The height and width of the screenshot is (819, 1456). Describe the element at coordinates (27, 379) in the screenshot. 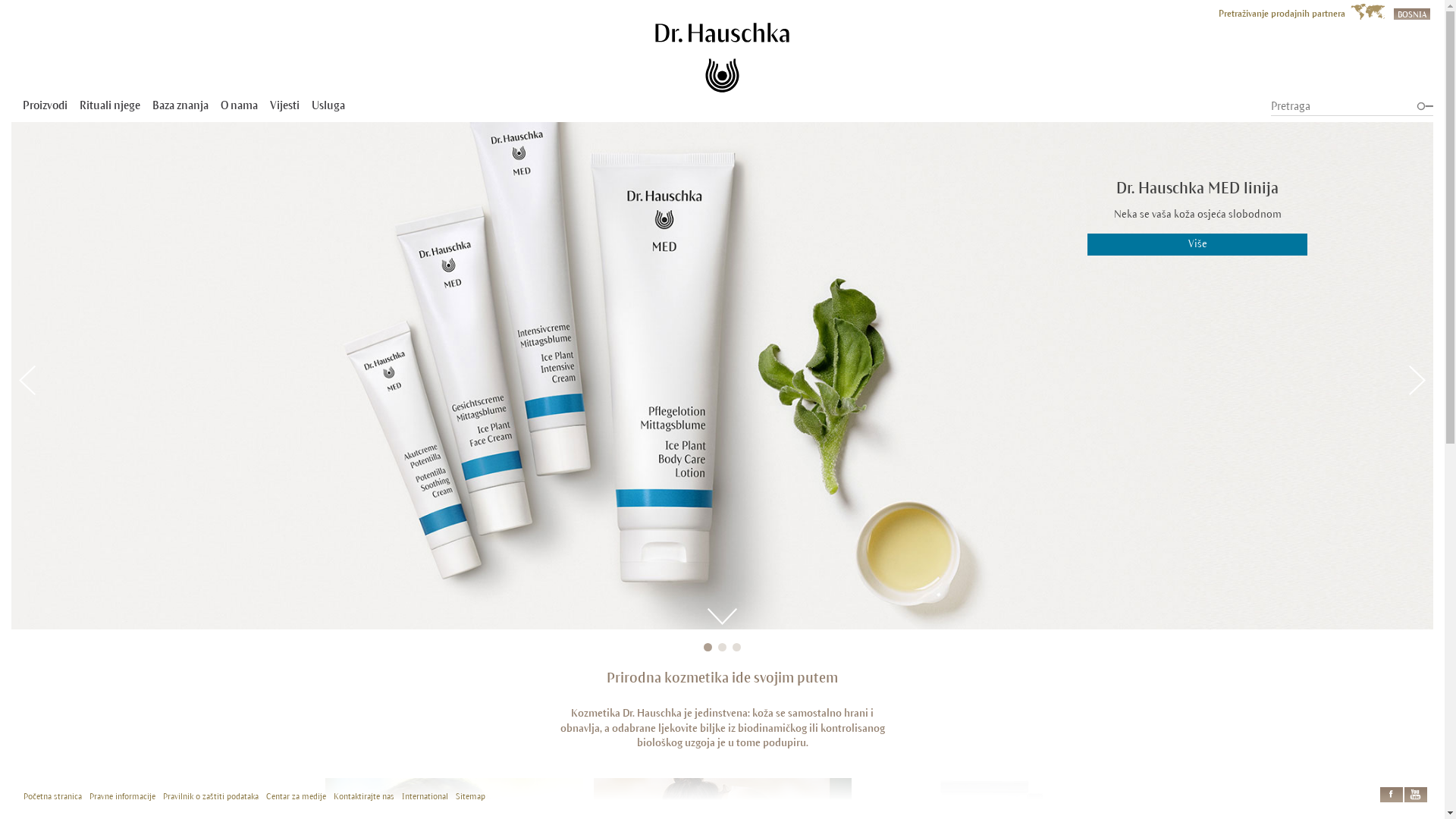

I see `'Previous'` at that location.